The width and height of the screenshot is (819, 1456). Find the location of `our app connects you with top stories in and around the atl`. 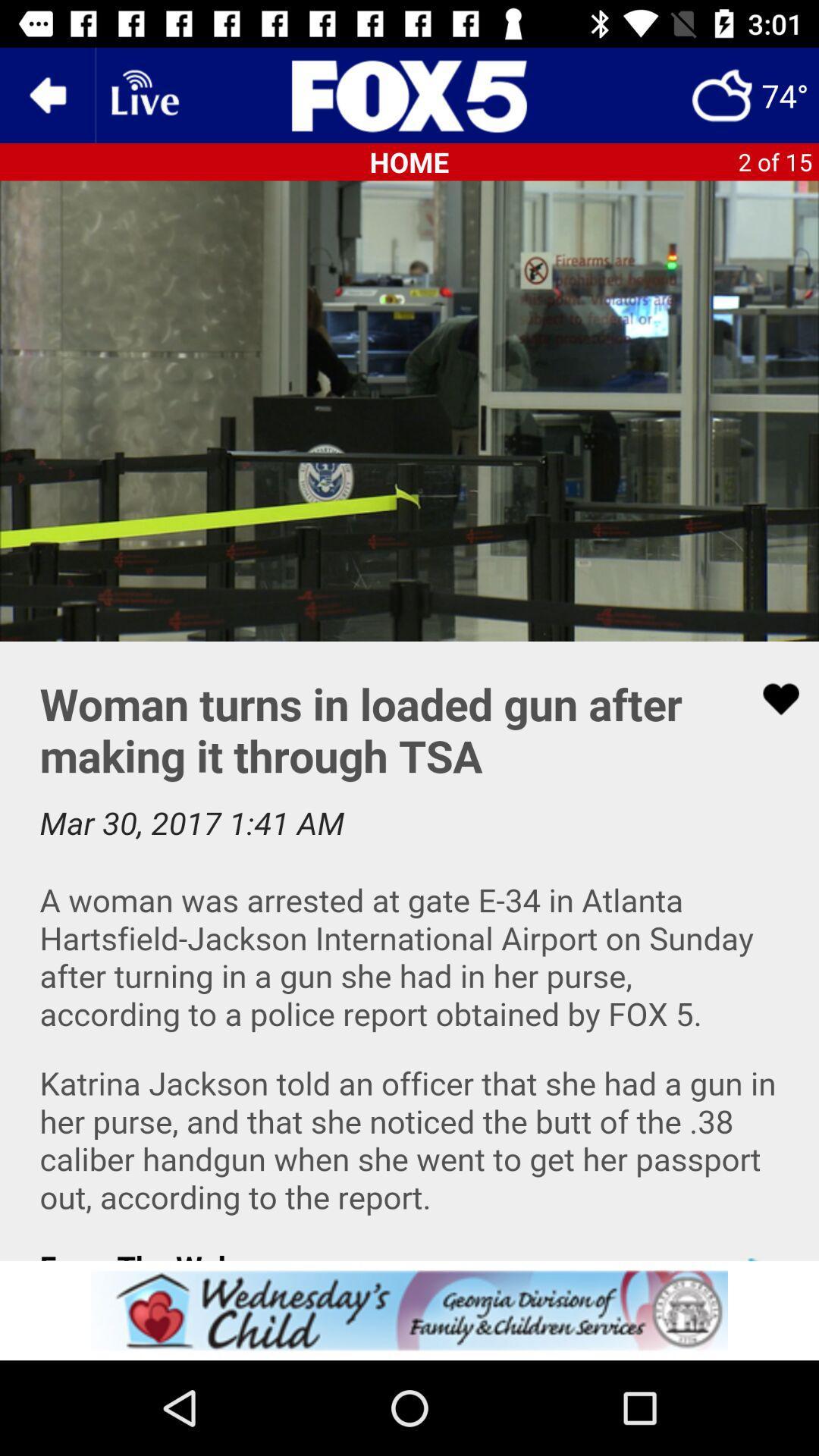

our app connects you with top stories in and around the atl is located at coordinates (409, 950).